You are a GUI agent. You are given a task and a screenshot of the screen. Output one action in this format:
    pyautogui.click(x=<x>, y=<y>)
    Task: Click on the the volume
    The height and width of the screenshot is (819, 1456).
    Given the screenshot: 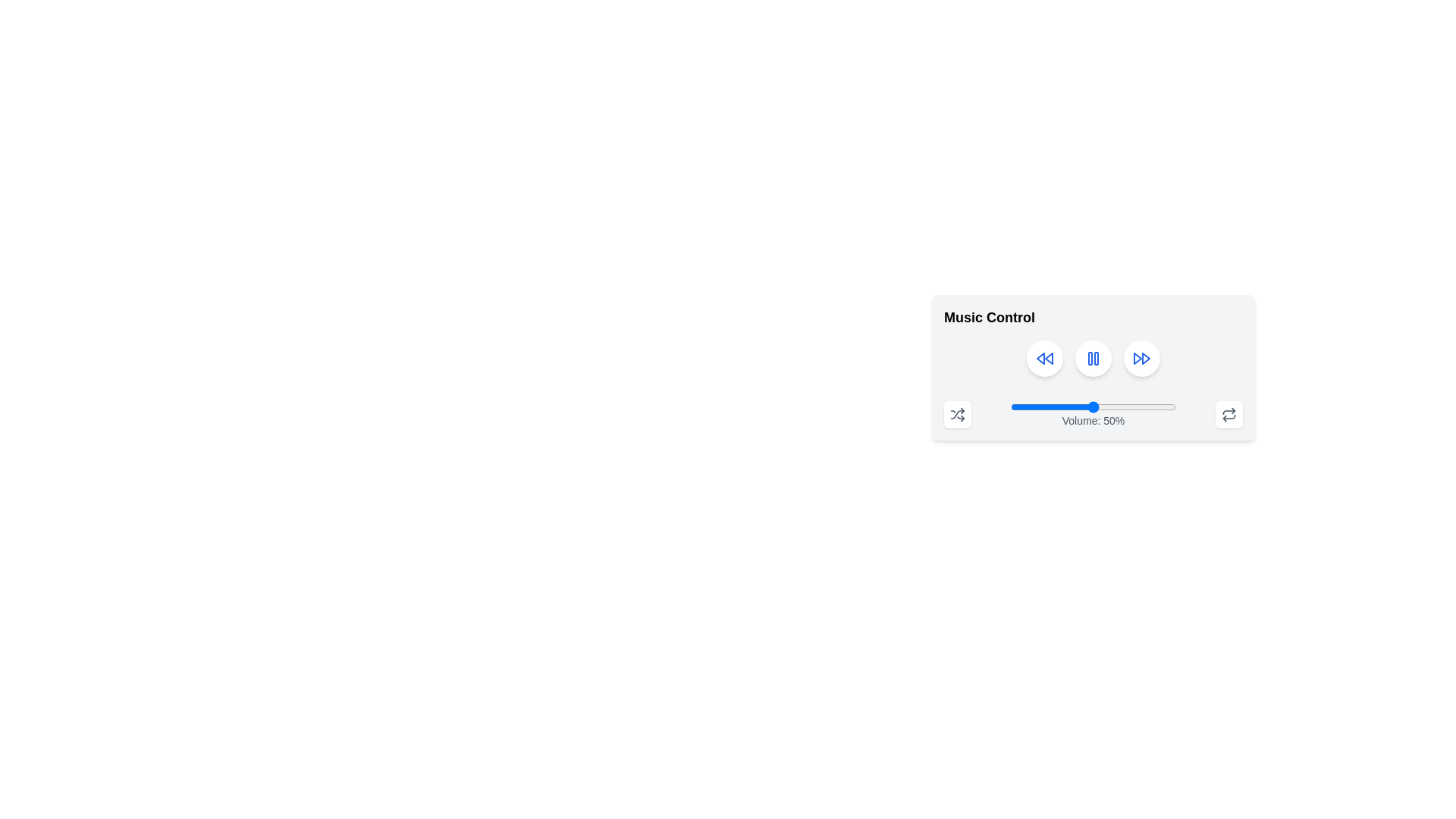 What is the action you would take?
    pyautogui.click(x=1021, y=406)
    